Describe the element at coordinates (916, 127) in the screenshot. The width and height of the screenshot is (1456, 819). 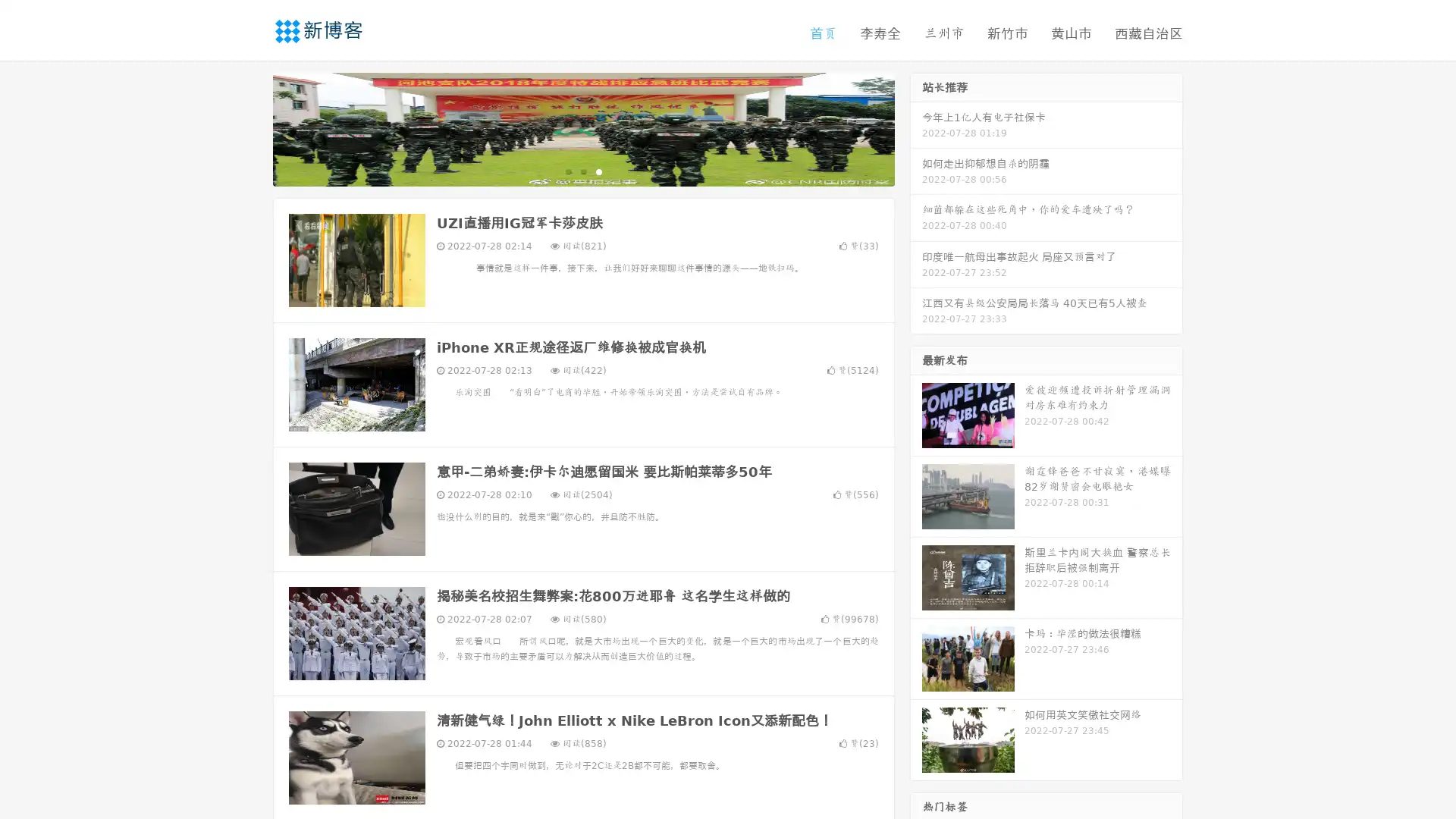
I see `Next slide` at that location.